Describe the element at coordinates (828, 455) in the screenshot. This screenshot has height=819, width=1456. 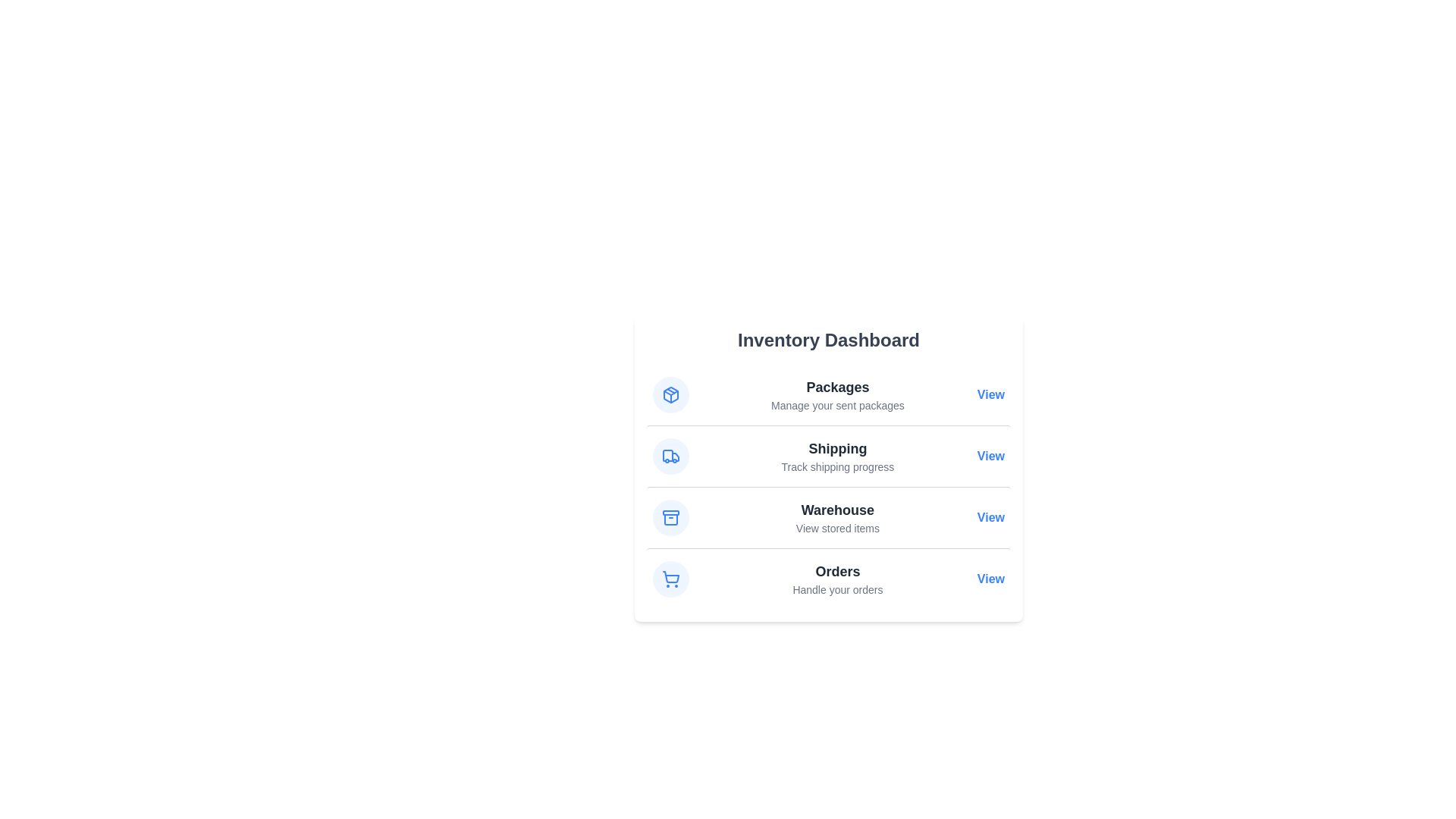
I see `the list item corresponding to Shipping` at that location.